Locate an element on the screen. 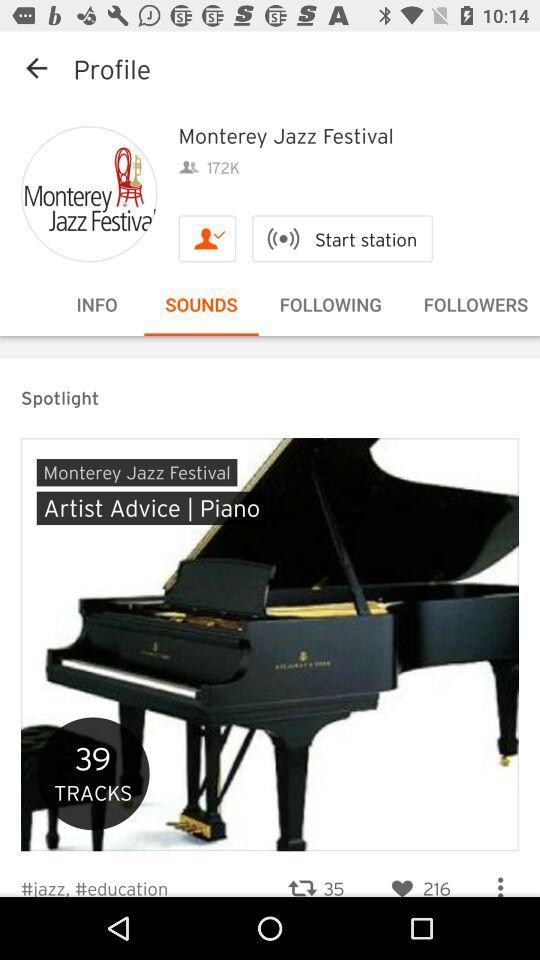 This screenshot has height=960, width=540. the first button on the image of the web page is located at coordinates (135, 472).